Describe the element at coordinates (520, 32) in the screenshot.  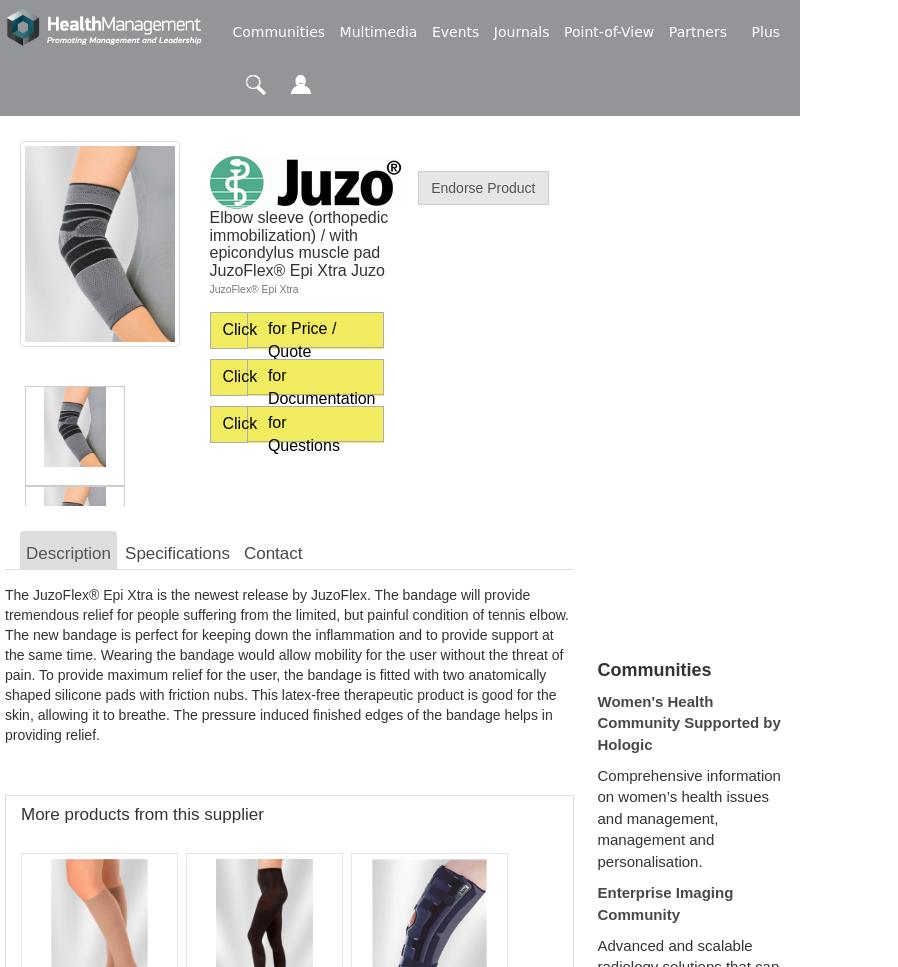
I see `'Journals'` at that location.